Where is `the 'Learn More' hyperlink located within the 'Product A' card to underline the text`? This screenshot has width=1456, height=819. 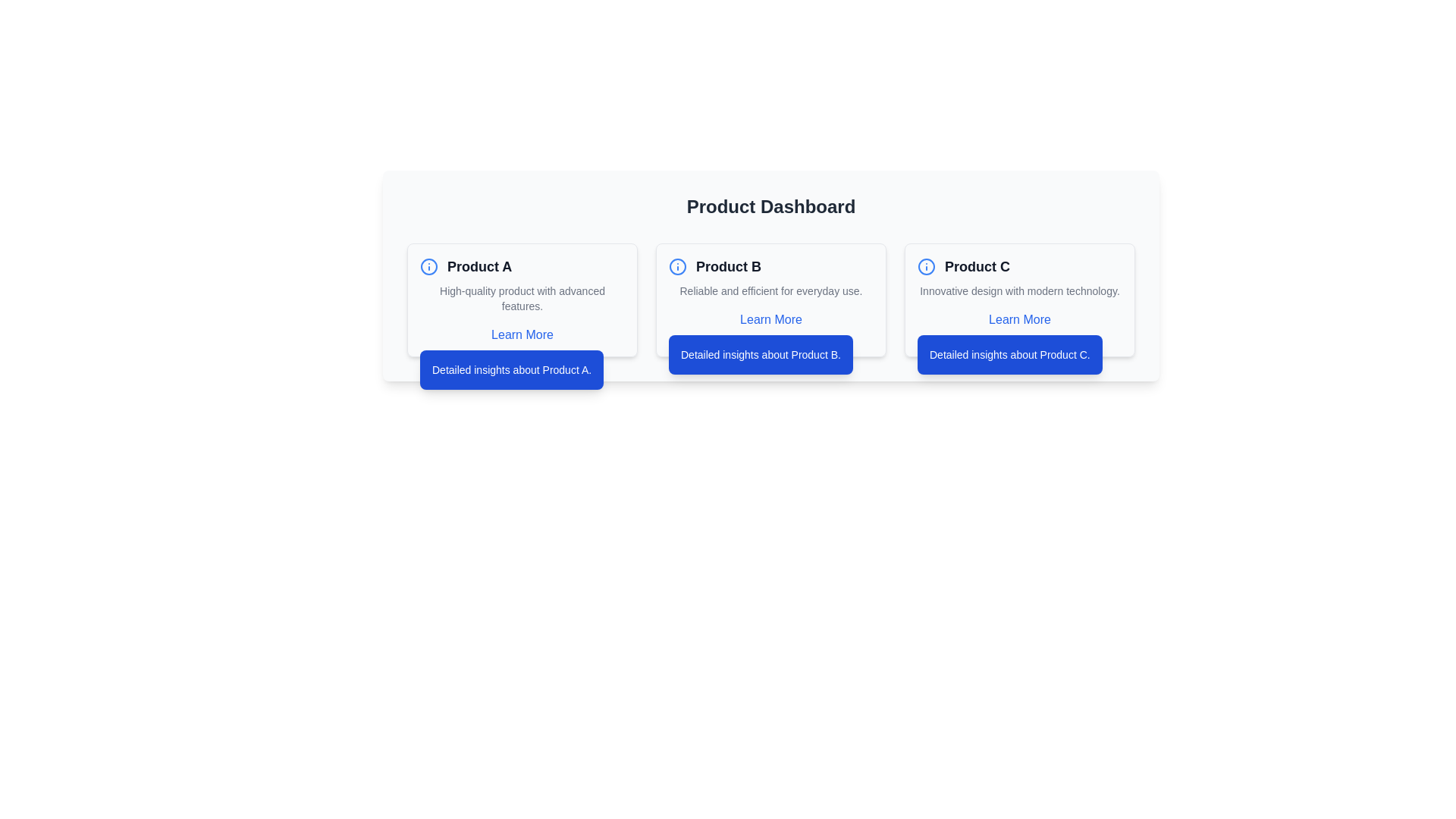
the 'Learn More' hyperlink located within the 'Product A' card to underline the text is located at coordinates (522, 334).